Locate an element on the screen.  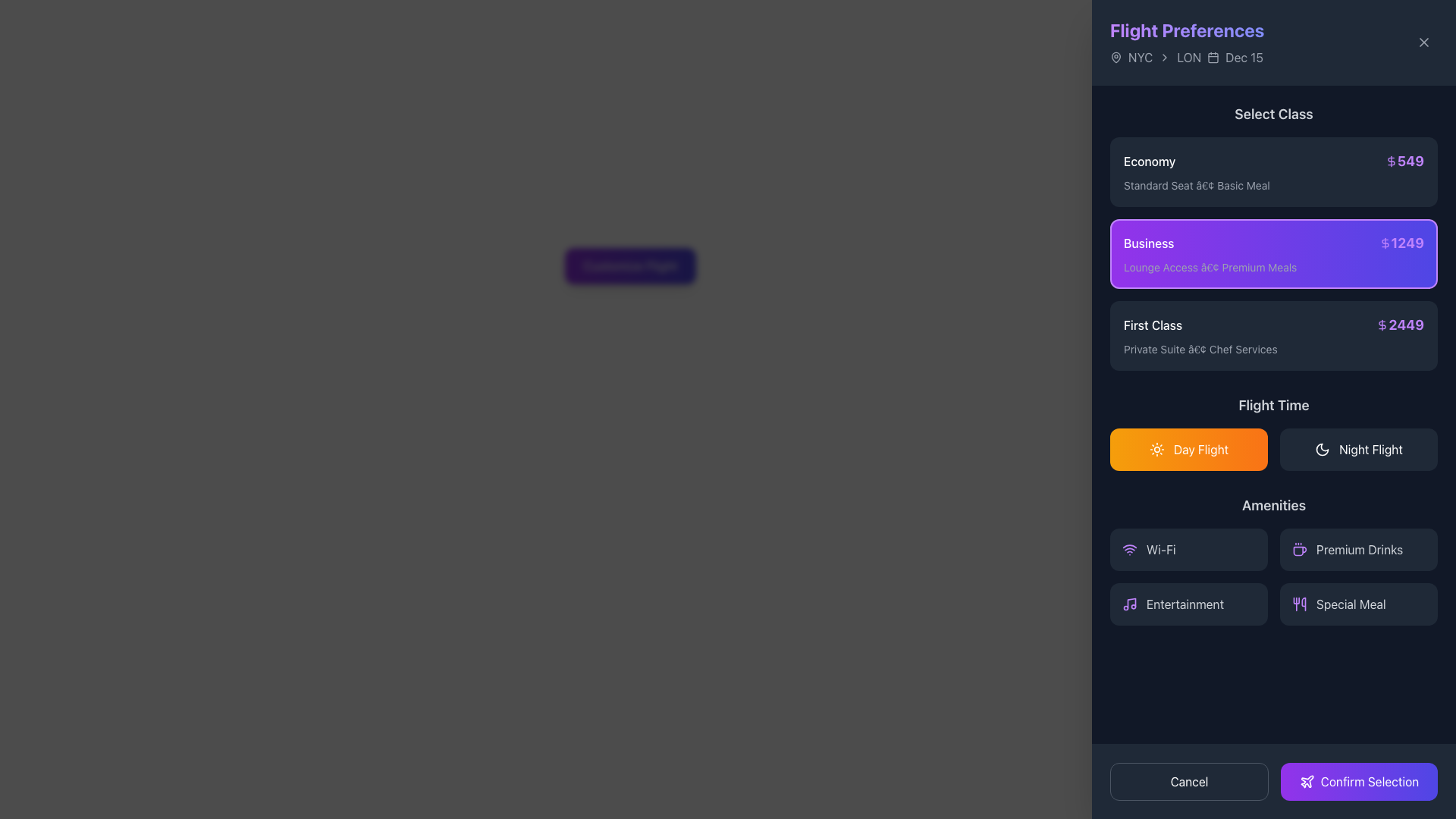
the 'Premium Drinks' icon, which serves as a visual identifier for the amenity is located at coordinates (1298, 550).